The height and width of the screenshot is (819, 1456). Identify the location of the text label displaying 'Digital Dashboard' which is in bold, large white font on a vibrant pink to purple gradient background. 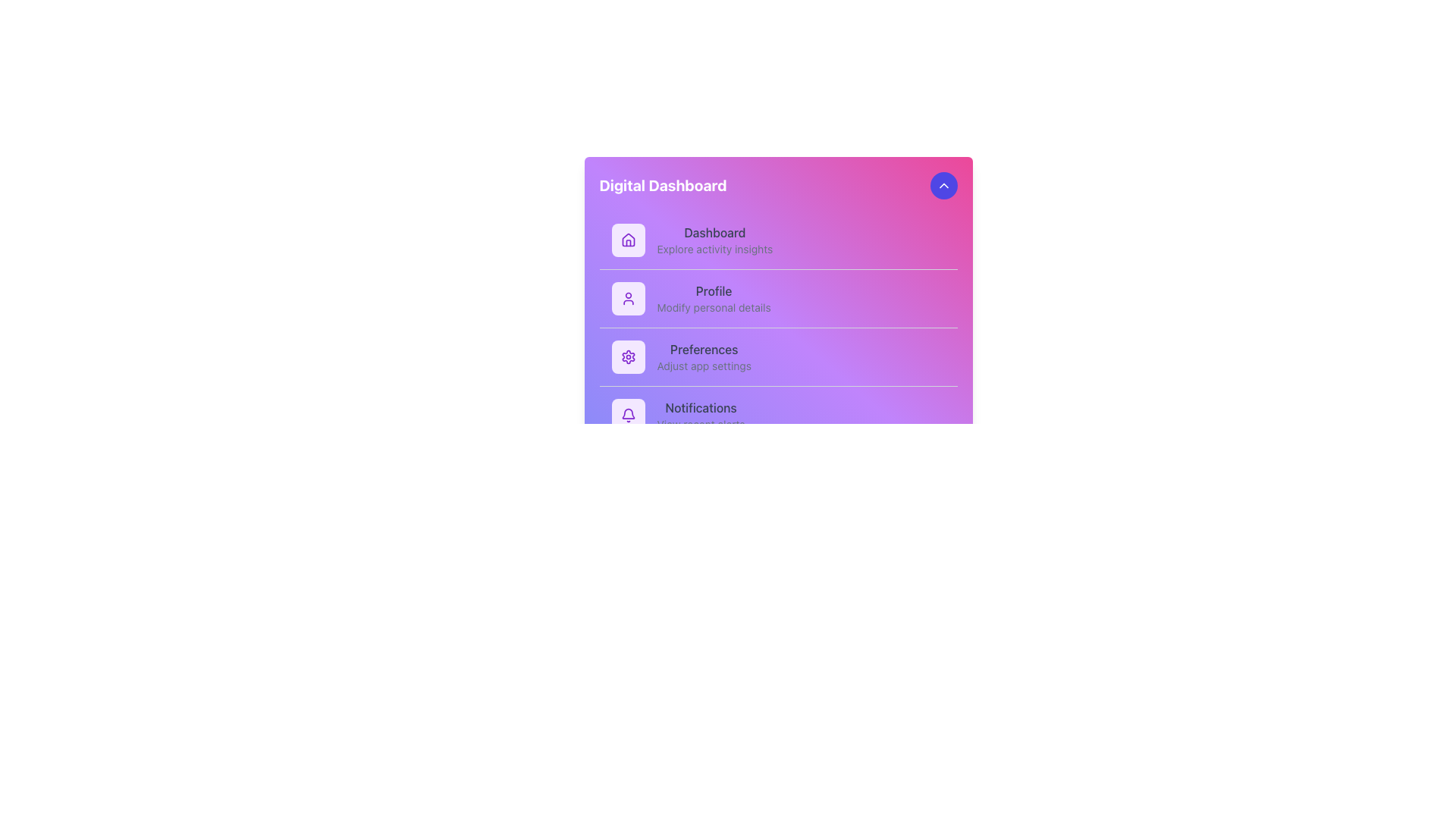
(663, 185).